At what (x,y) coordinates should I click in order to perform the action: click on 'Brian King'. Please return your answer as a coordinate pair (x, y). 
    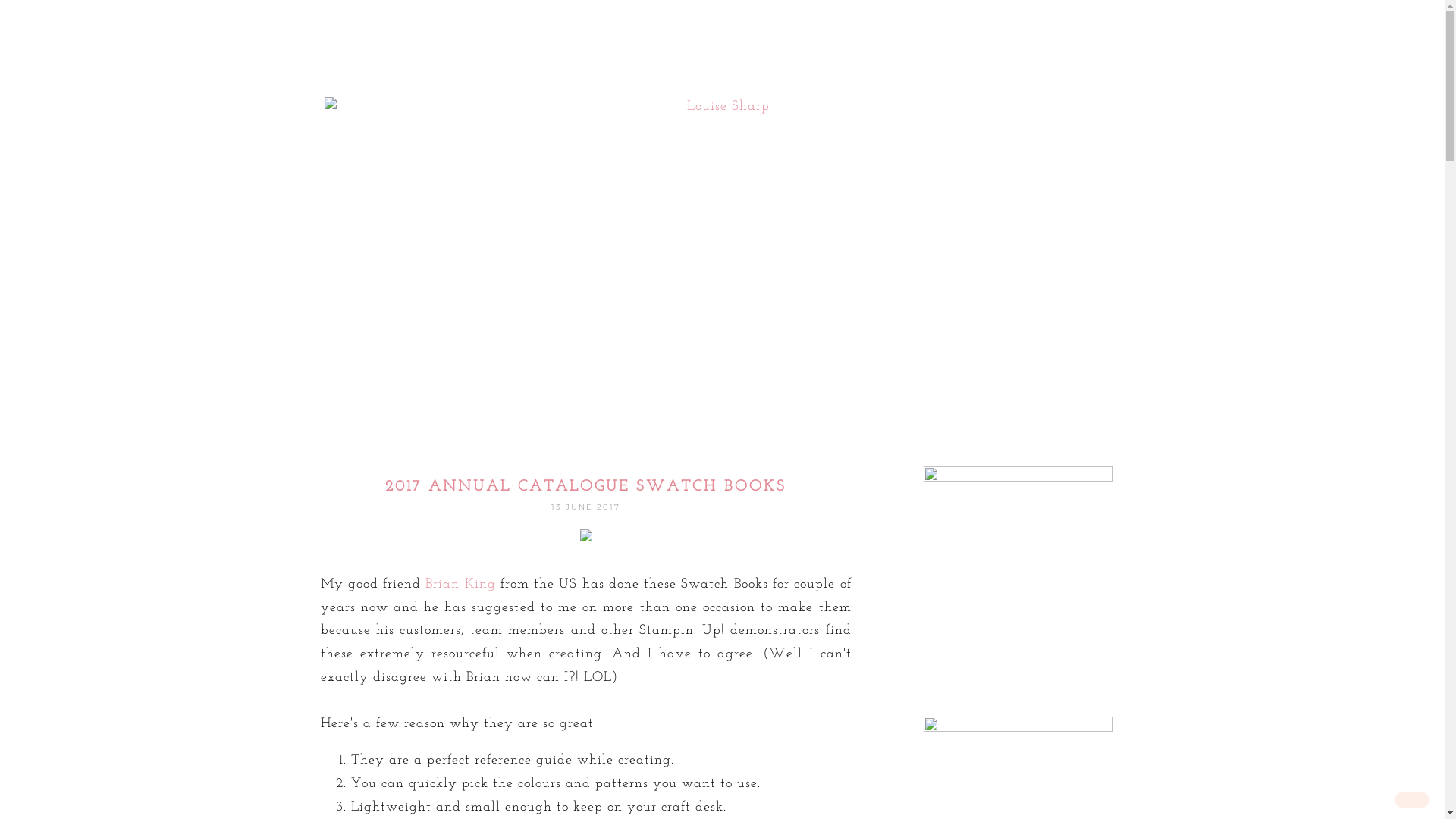
    Looking at the image, I should click on (459, 583).